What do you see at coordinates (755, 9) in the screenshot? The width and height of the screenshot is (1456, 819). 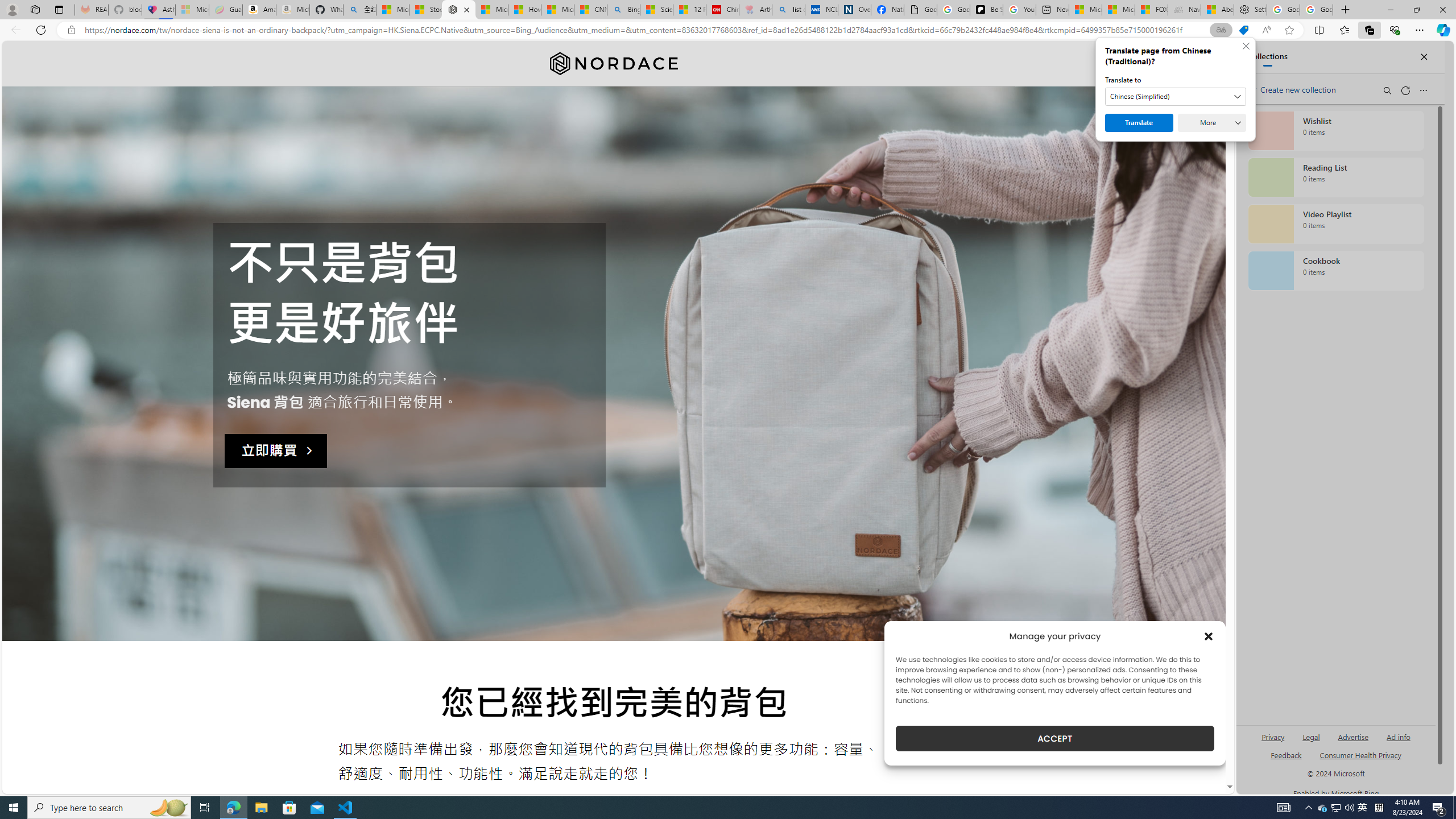 I see `'Arthritis: Ask Health Professionals - Sleeping'` at bounding box center [755, 9].